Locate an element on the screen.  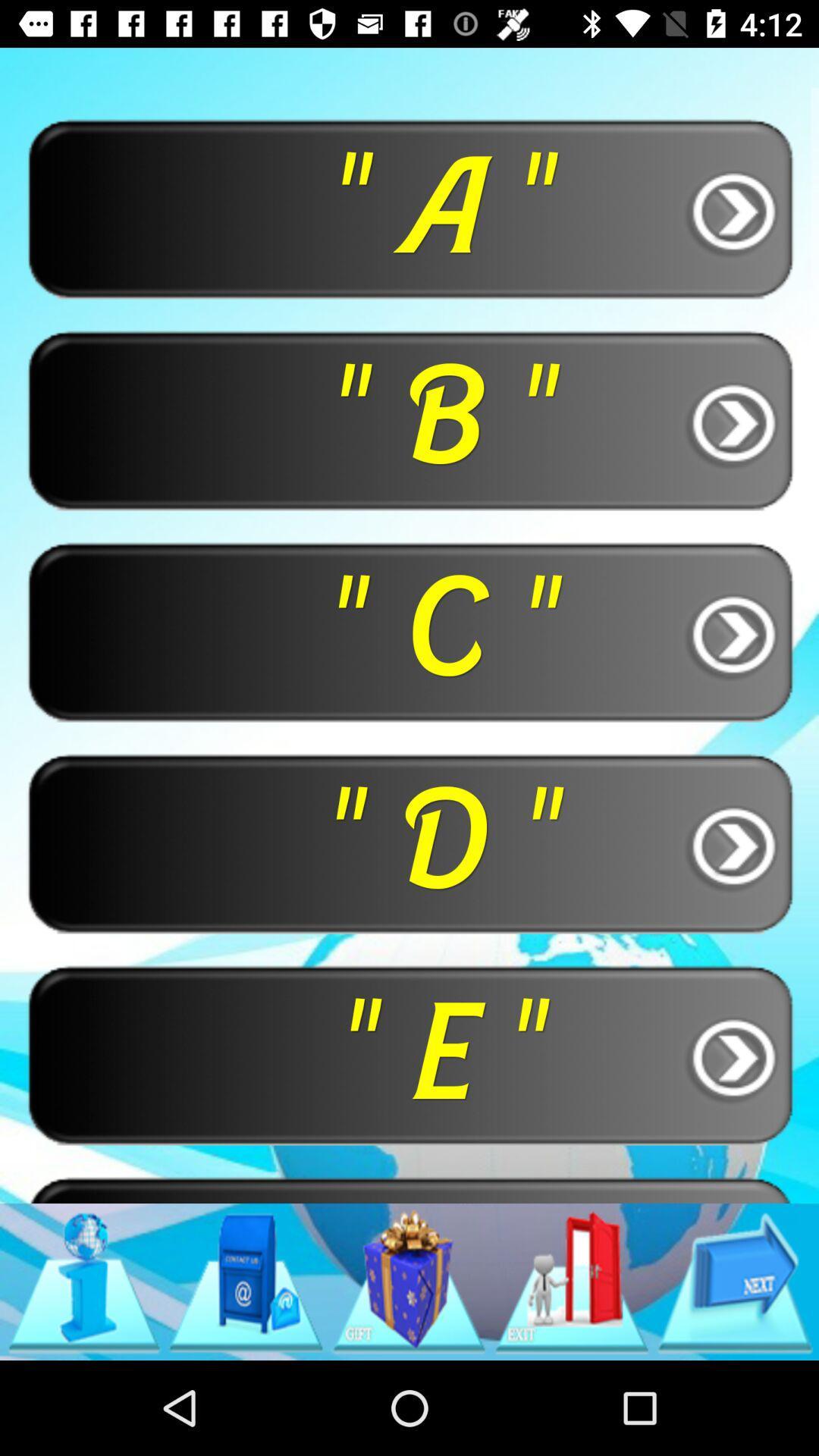
next is located at coordinates (734, 1281).